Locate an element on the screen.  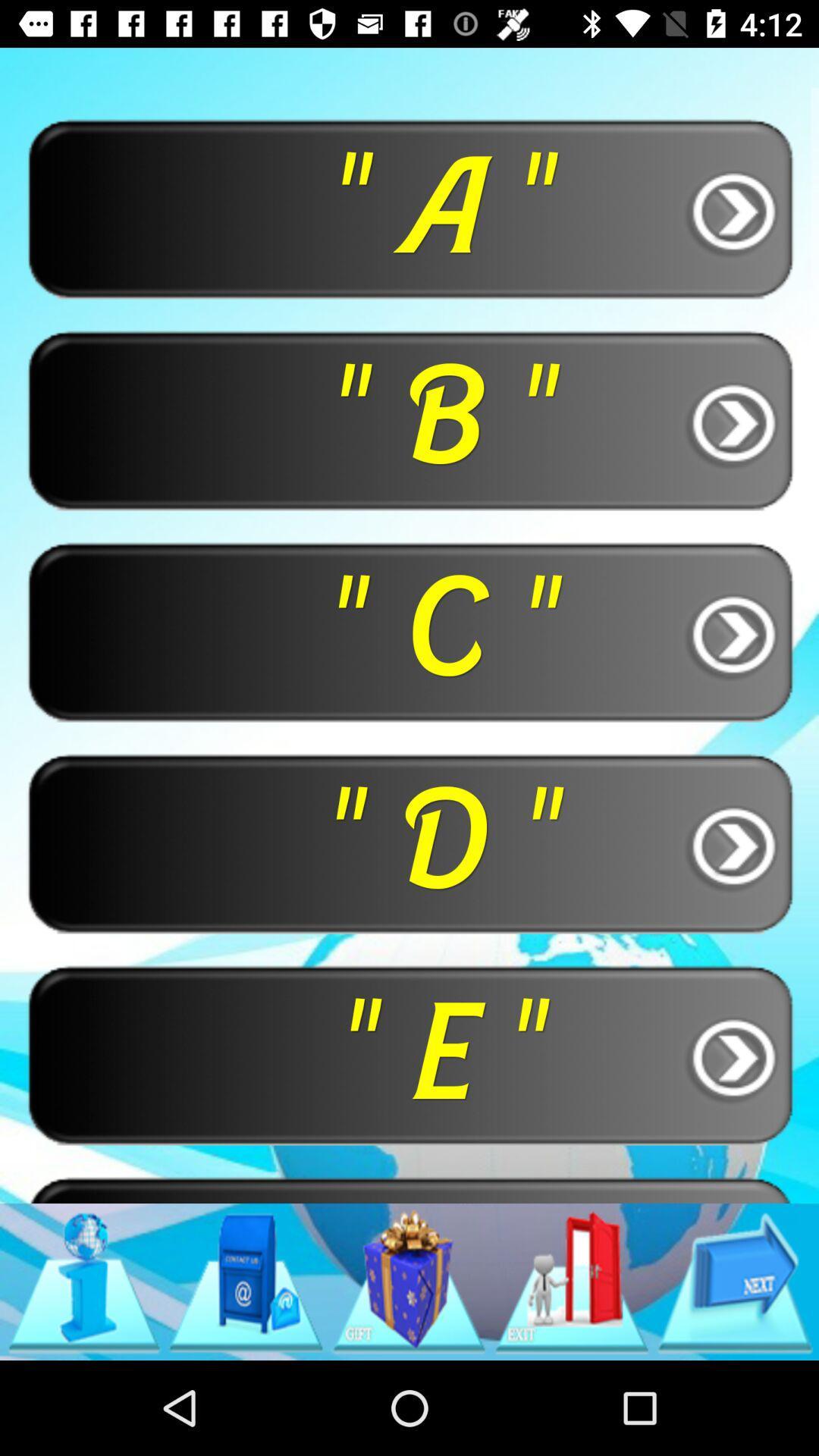
next is located at coordinates (734, 1281).